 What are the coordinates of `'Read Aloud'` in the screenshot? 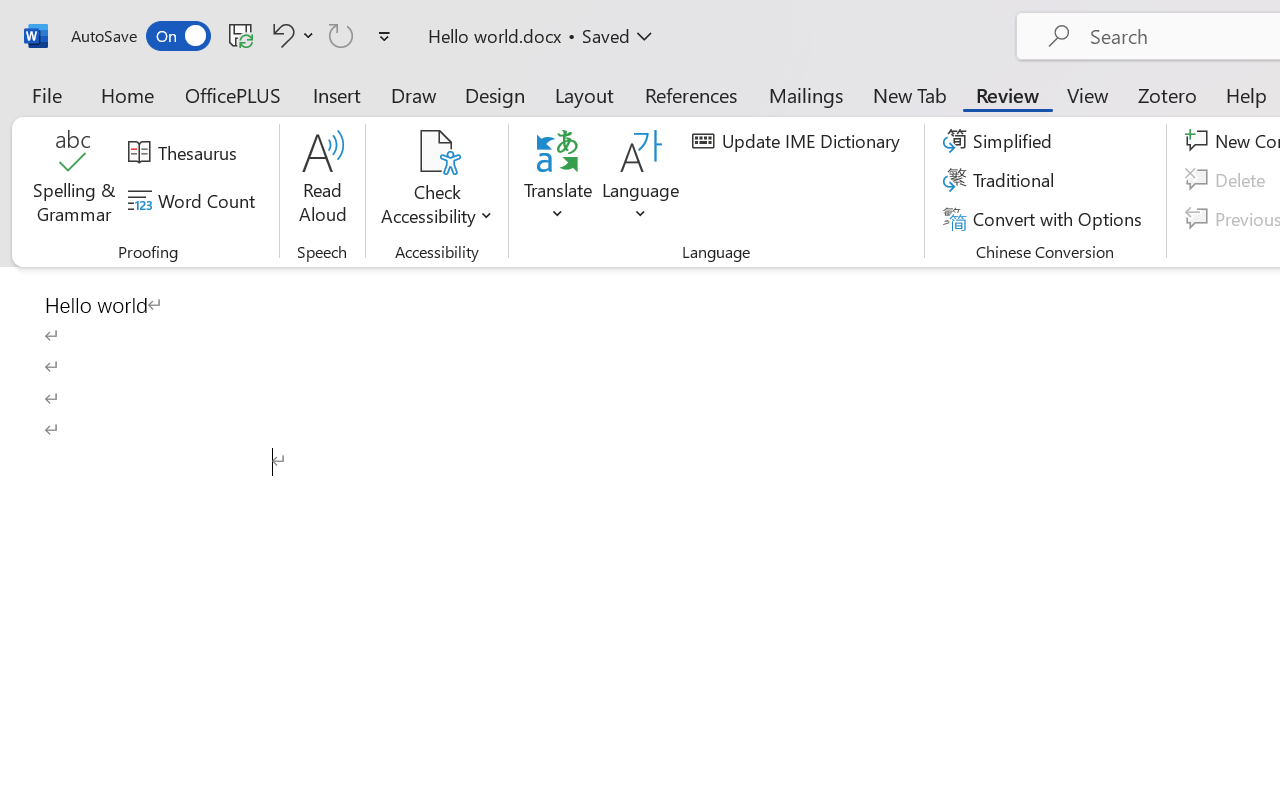 It's located at (323, 179).